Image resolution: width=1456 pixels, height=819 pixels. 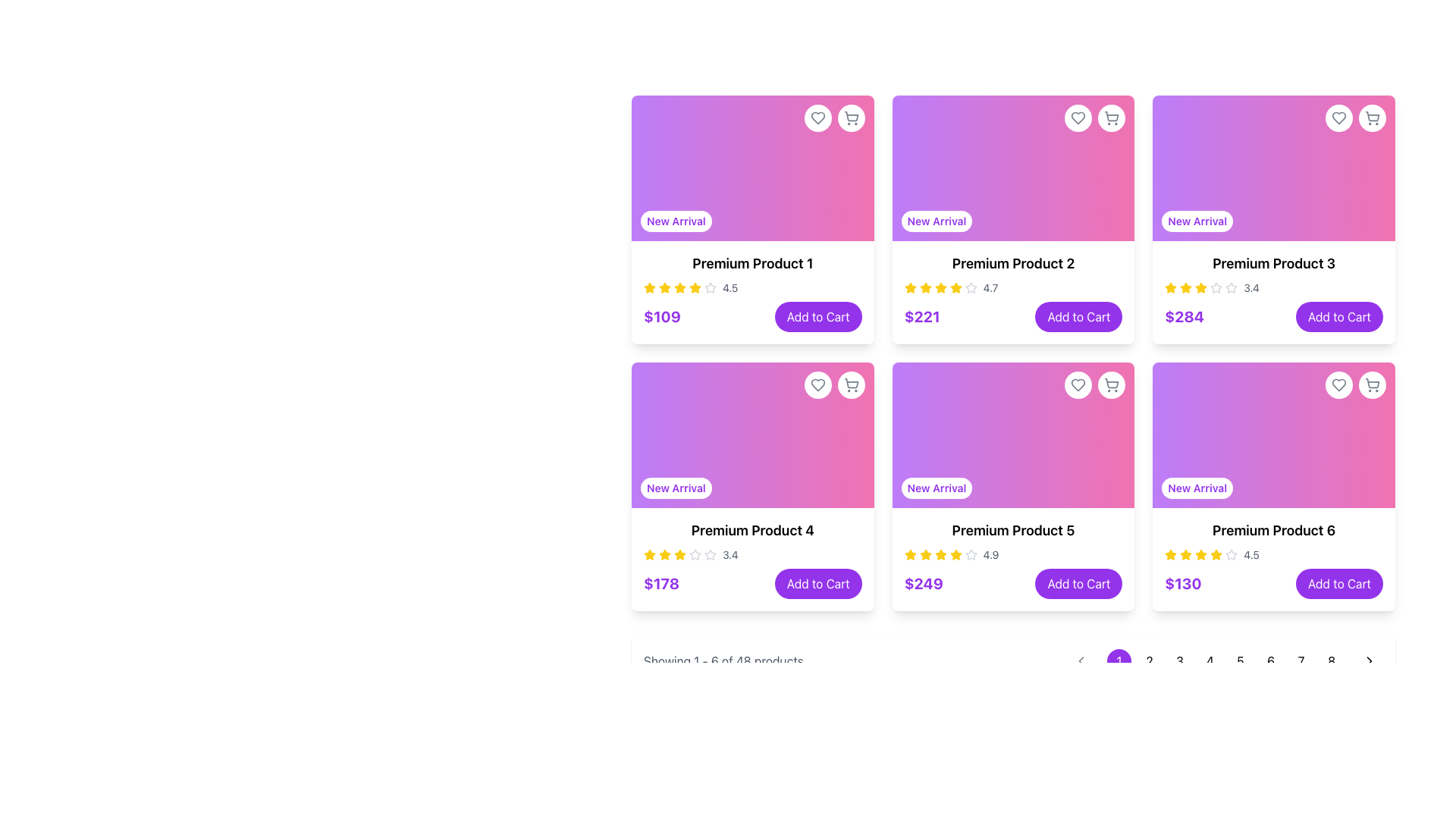 I want to click on the third star icon in the customer rating display for the 'Premium Product 5', which visually represents part of the 4.9 rating, so click(x=924, y=555).